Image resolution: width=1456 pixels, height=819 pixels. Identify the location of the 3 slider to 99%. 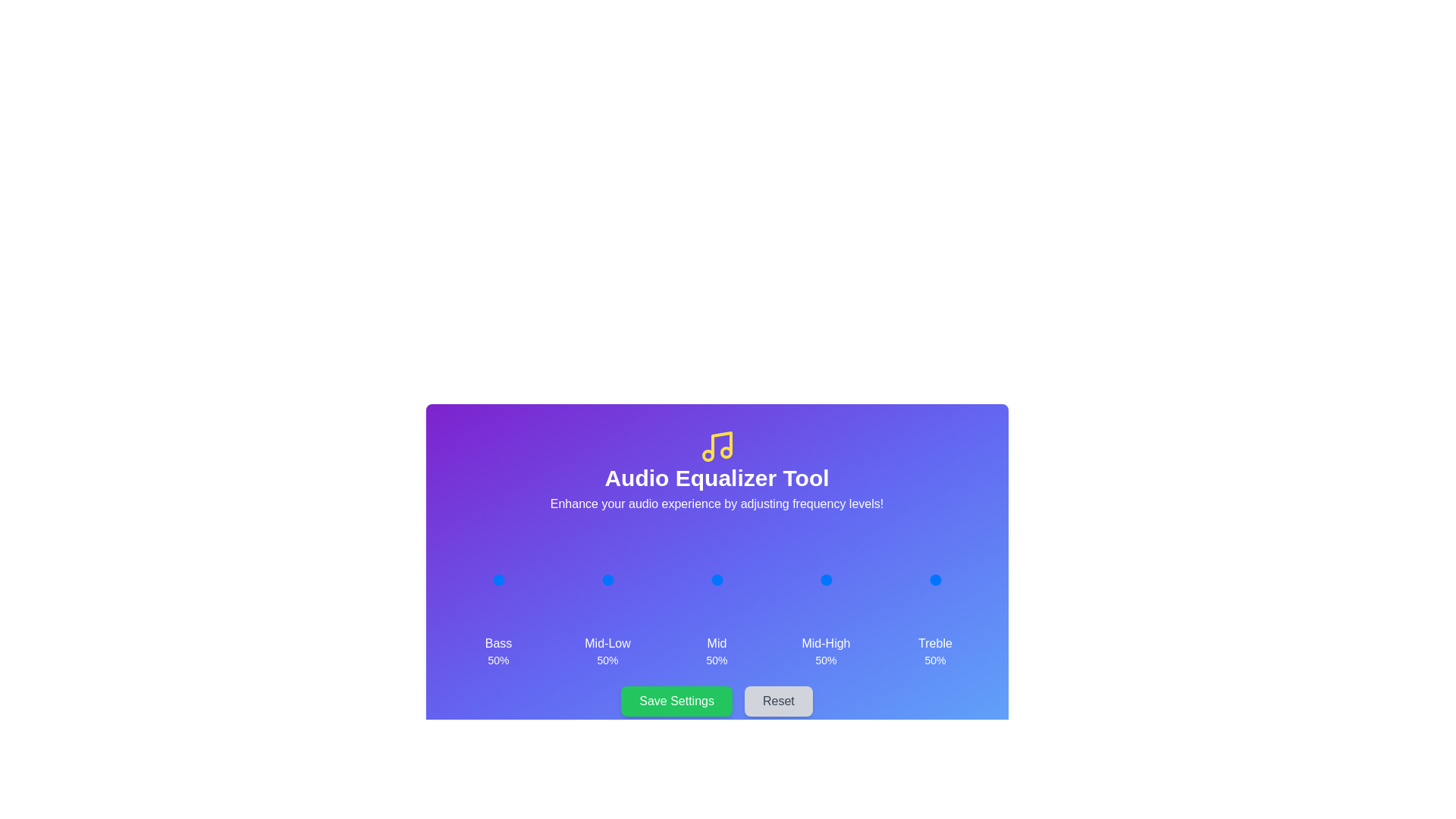
(849, 579).